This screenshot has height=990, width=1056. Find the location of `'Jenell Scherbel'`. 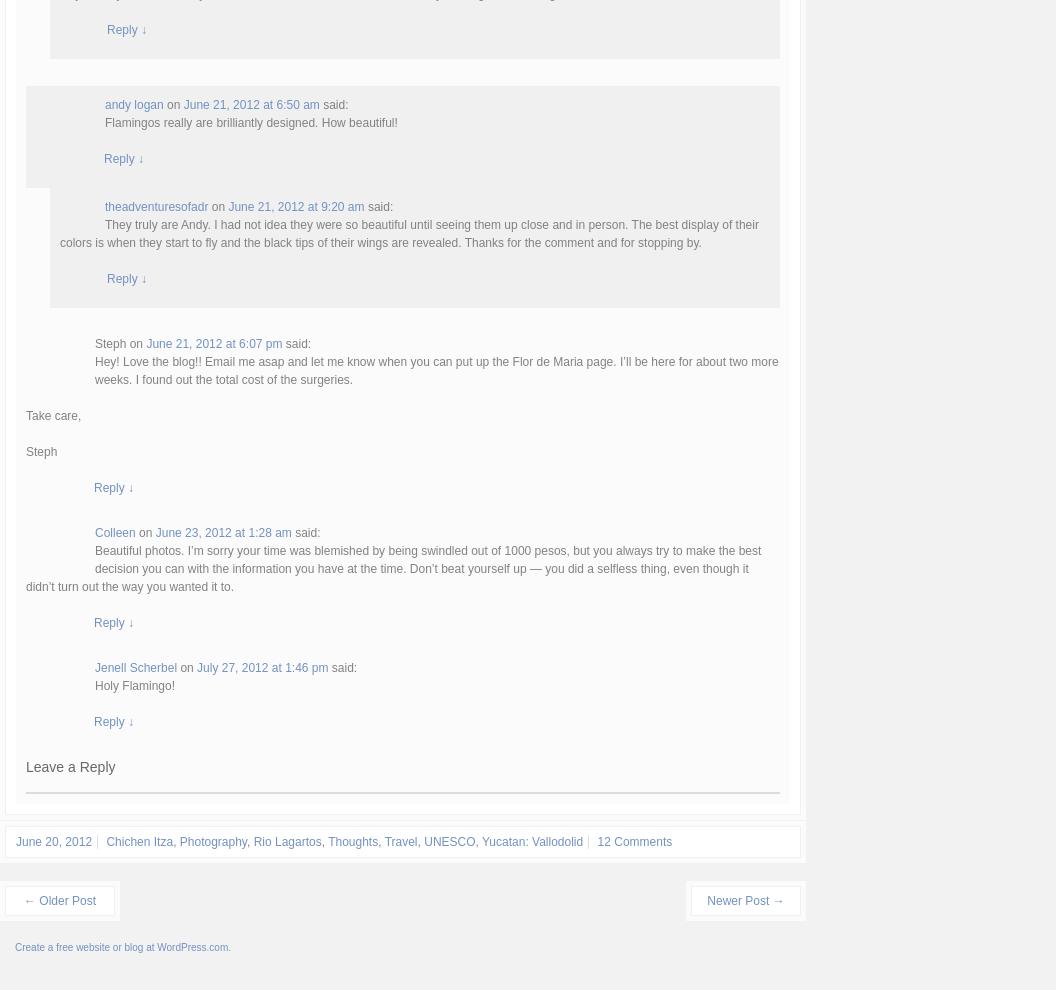

'Jenell Scherbel' is located at coordinates (136, 666).